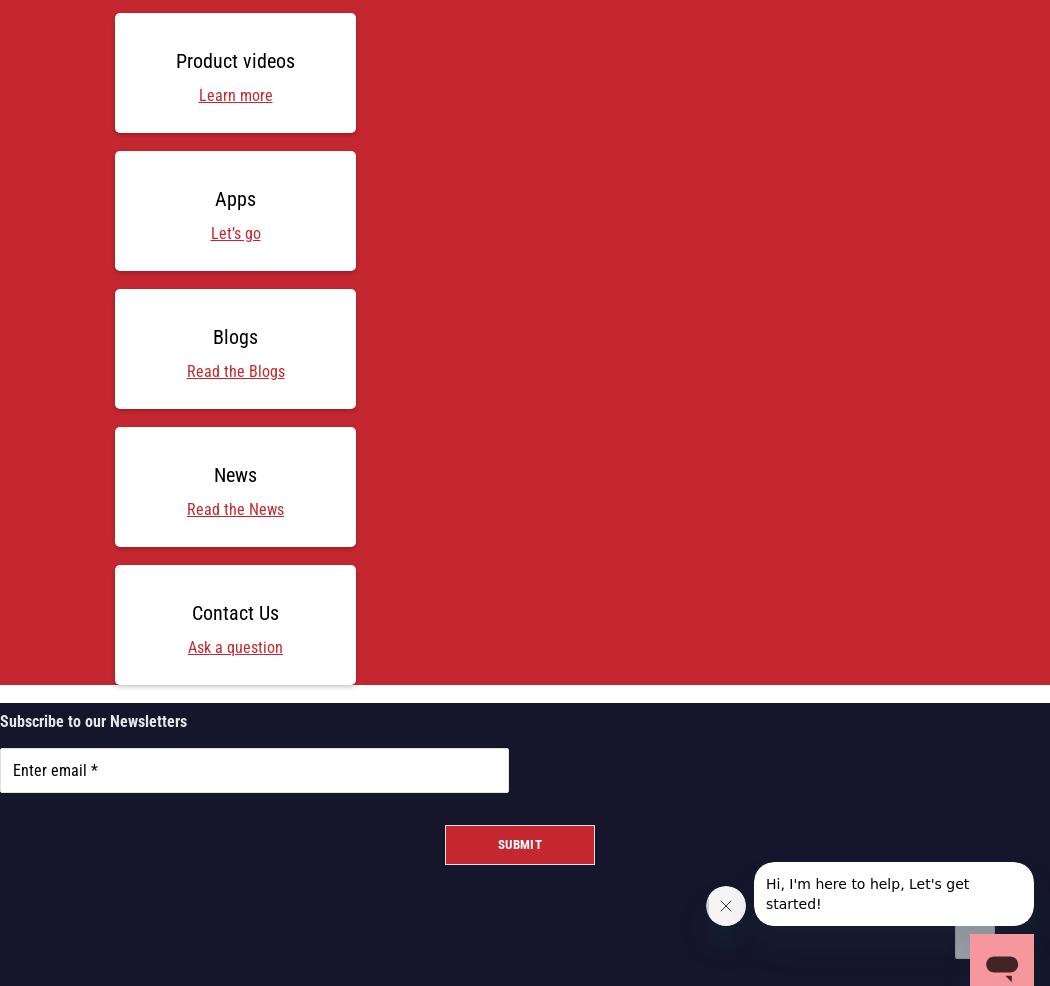  Describe the element at coordinates (235, 335) in the screenshot. I see `'Blogs'` at that location.